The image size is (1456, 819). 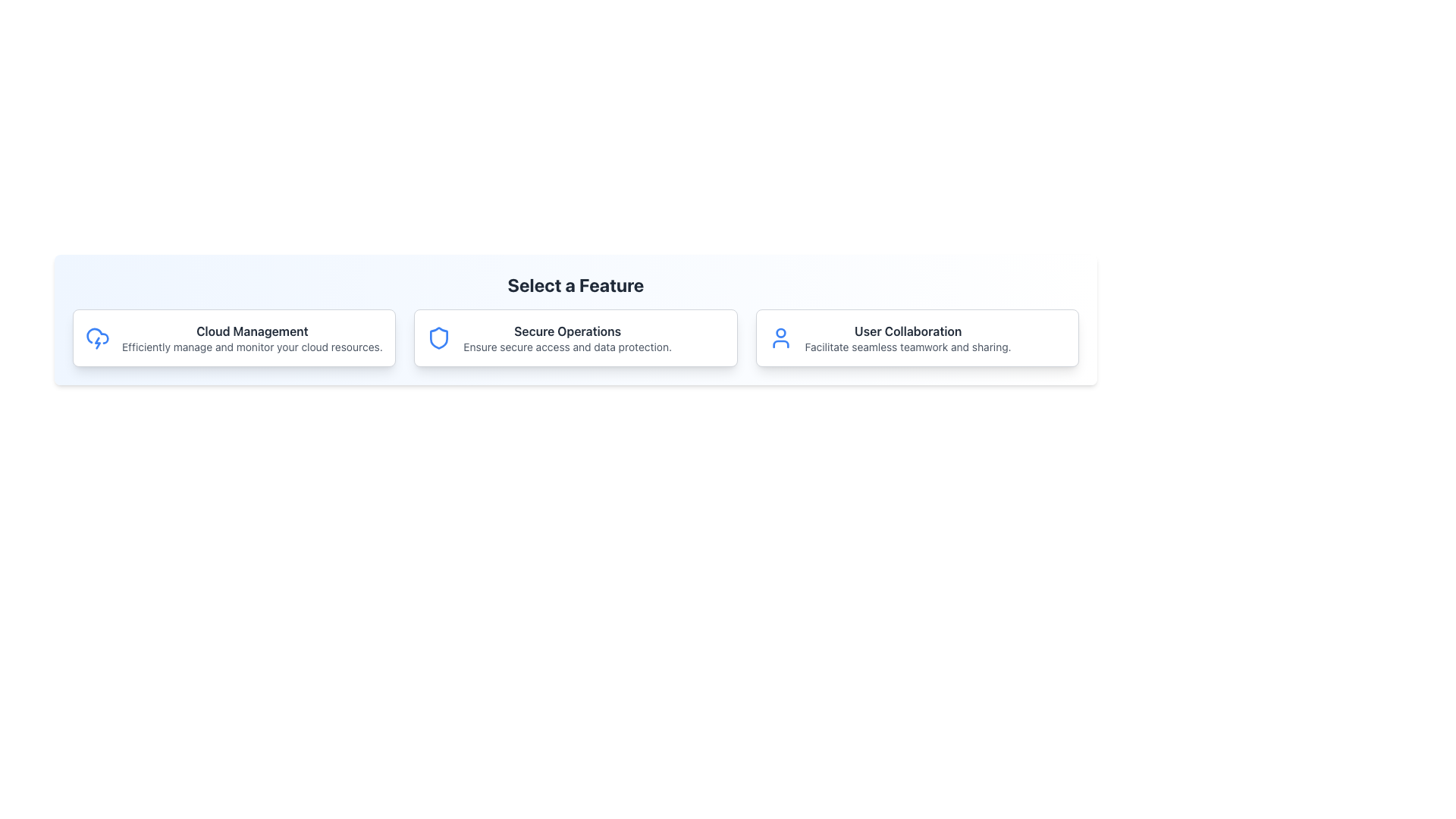 I want to click on the user profile icon, which is blue and located at the top-left of the 'User Collaboration' feature card, so click(x=780, y=337).